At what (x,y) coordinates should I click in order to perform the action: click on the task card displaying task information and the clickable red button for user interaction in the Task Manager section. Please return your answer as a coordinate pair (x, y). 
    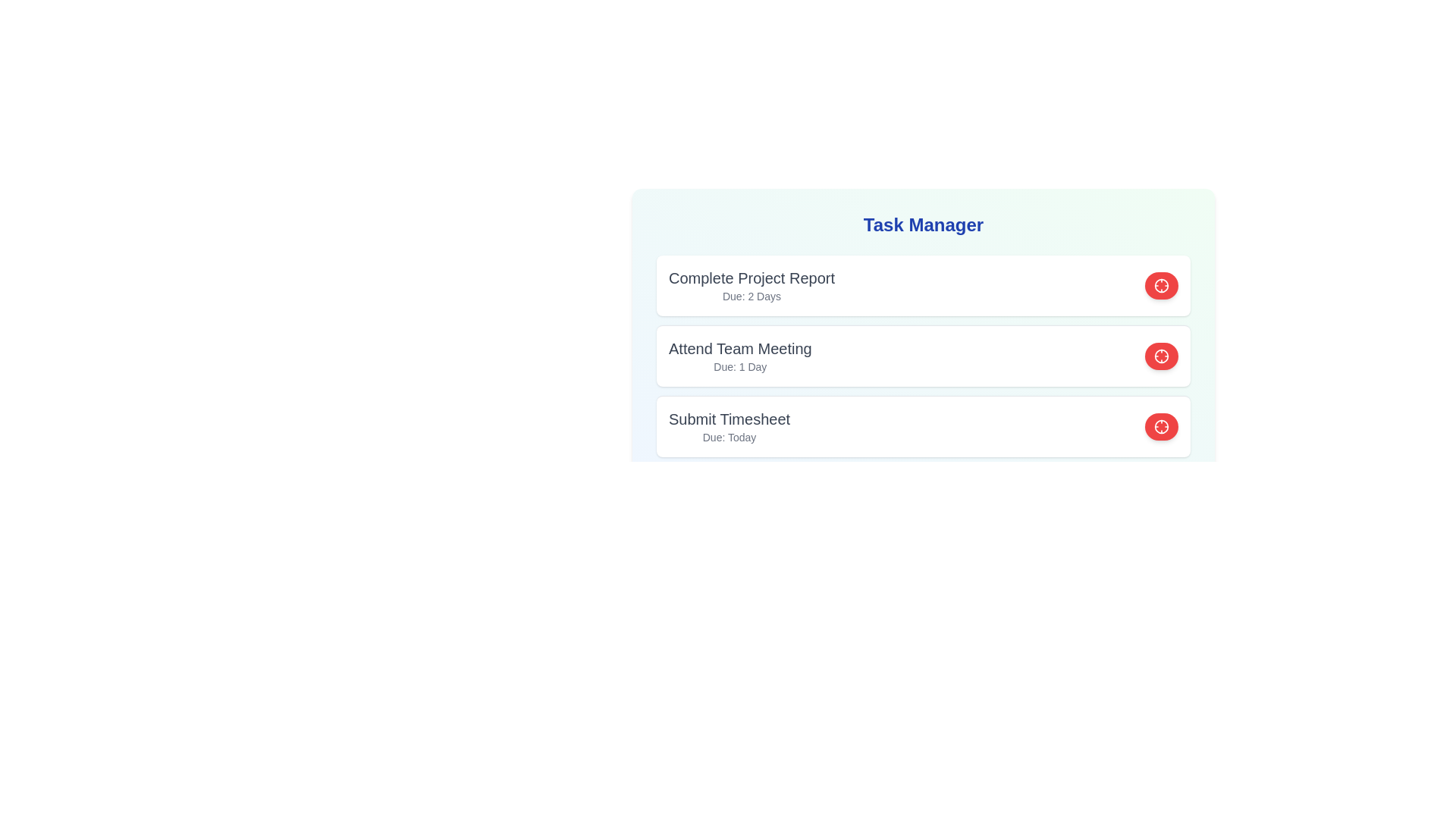
    Looking at the image, I should click on (923, 426).